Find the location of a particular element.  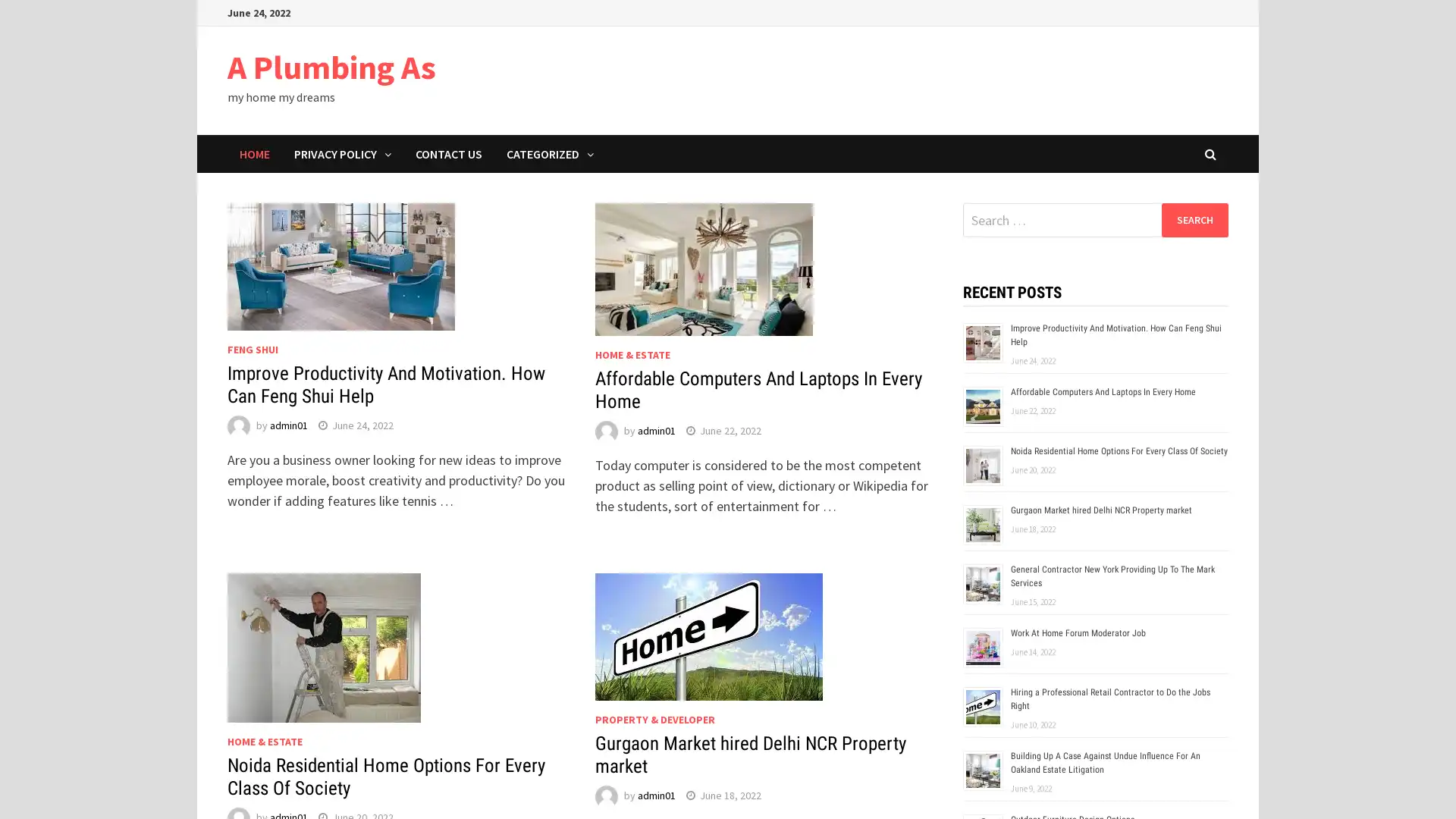

Search is located at coordinates (1194, 219).